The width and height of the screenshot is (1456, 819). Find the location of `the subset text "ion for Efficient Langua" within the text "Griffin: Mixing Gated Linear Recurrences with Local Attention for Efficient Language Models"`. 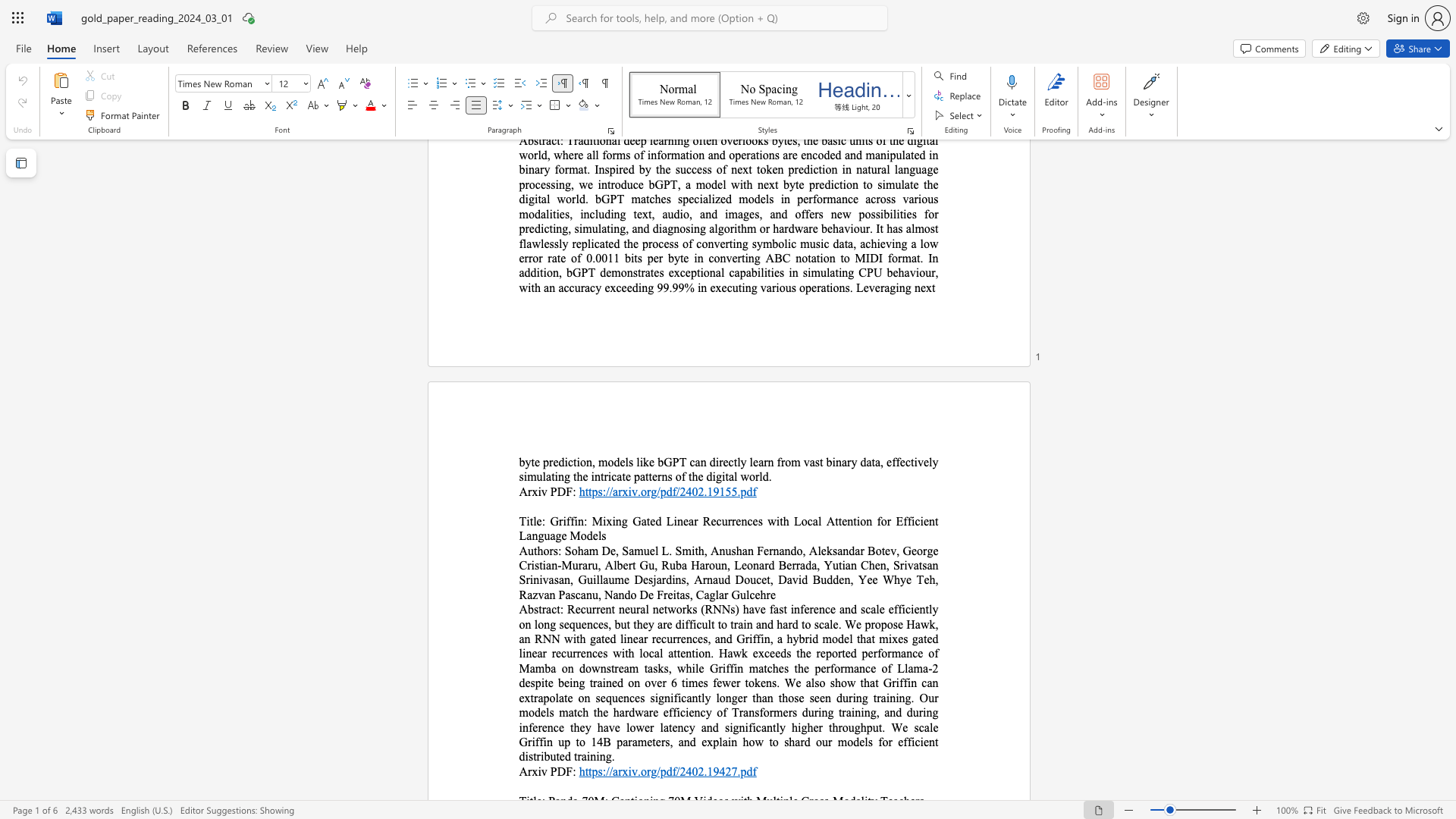

the subset text "ion for Efficient Langua" within the text "Griffin: Mixing Gated Linear Recurrences with Local Attention for Efficient Language Models" is located at coordinates (856, 520).